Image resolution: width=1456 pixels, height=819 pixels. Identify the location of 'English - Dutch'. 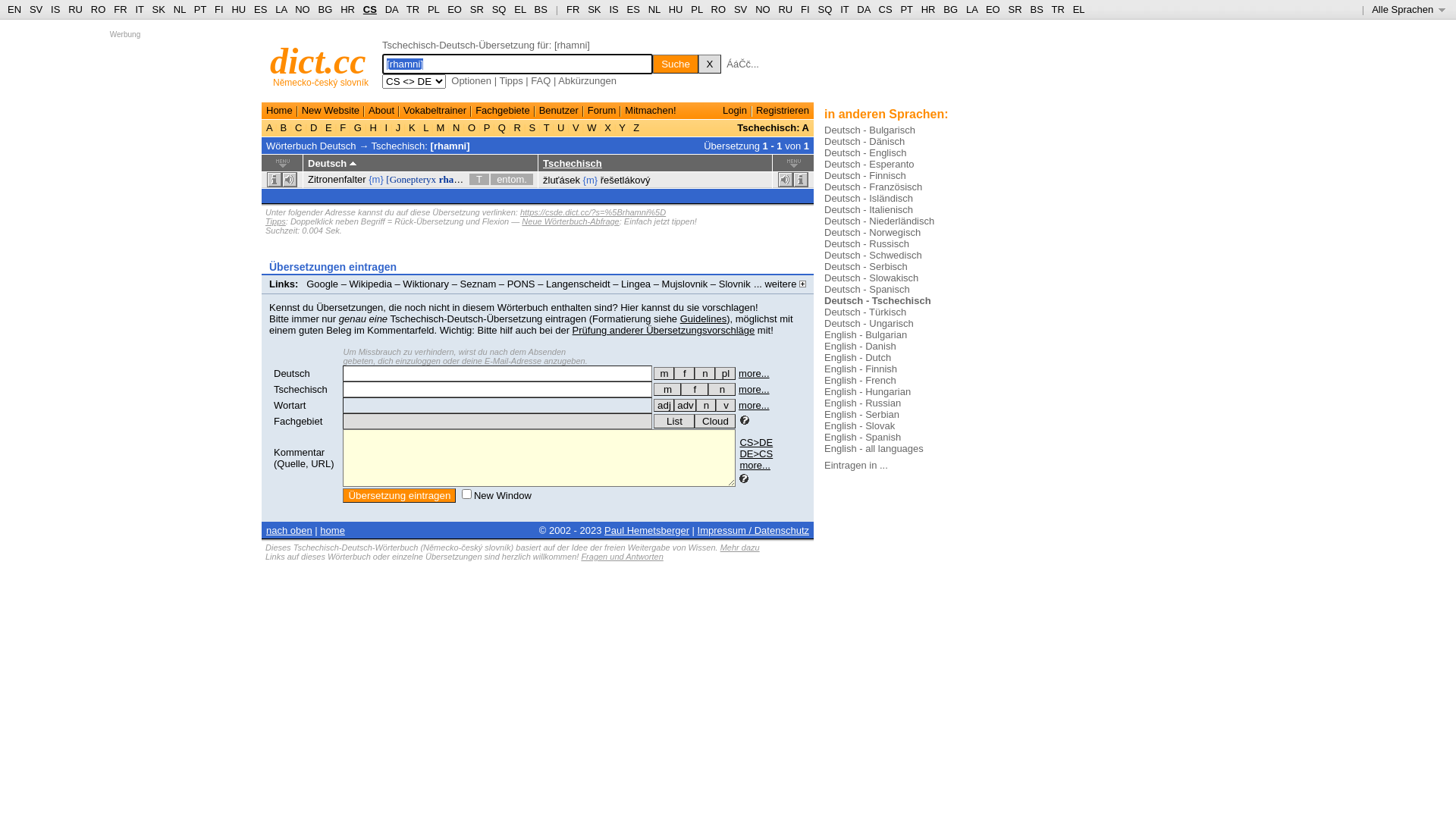
(858, 357).